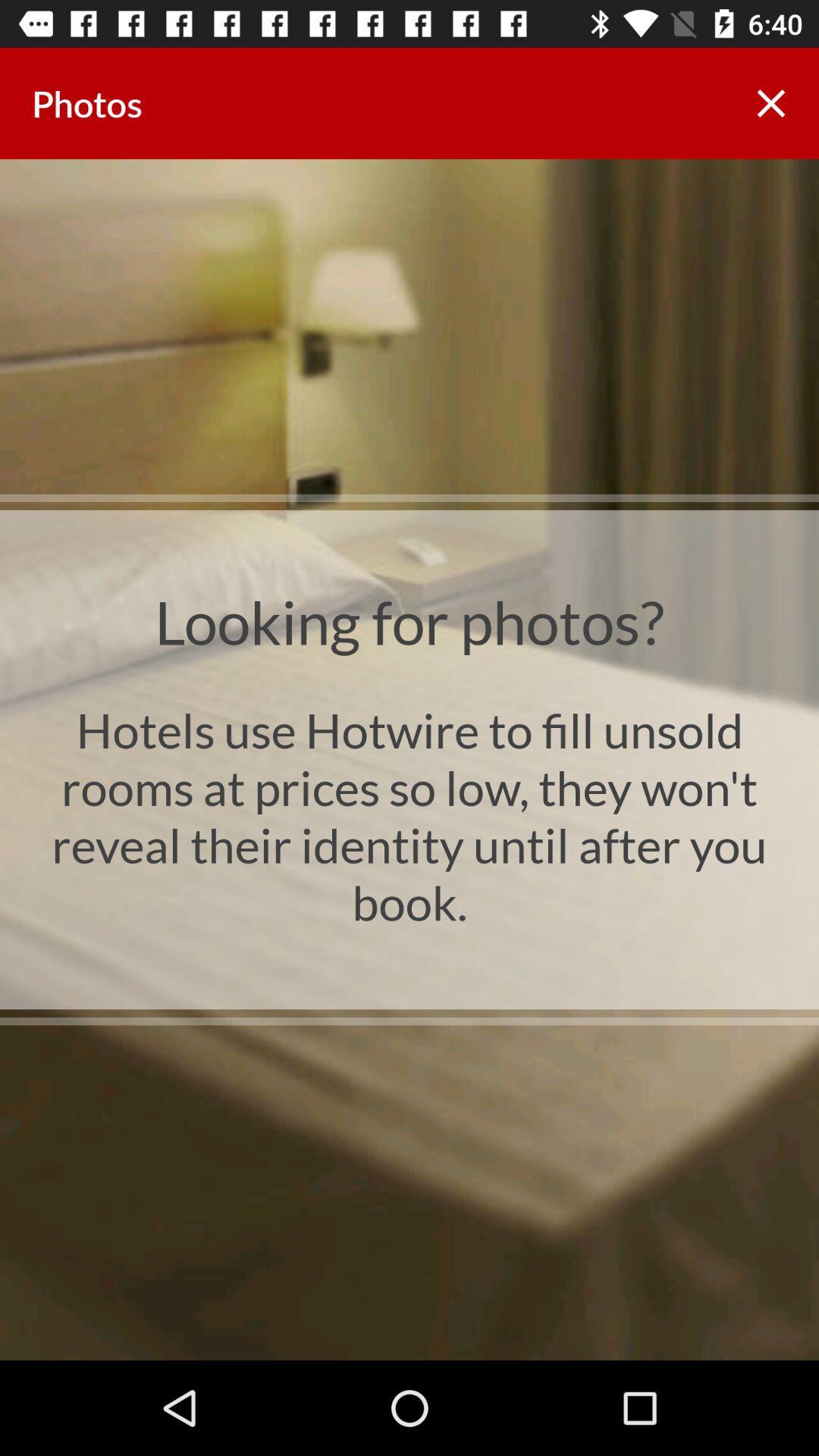  I want to click on the app next to photos app, so click(771, 102).